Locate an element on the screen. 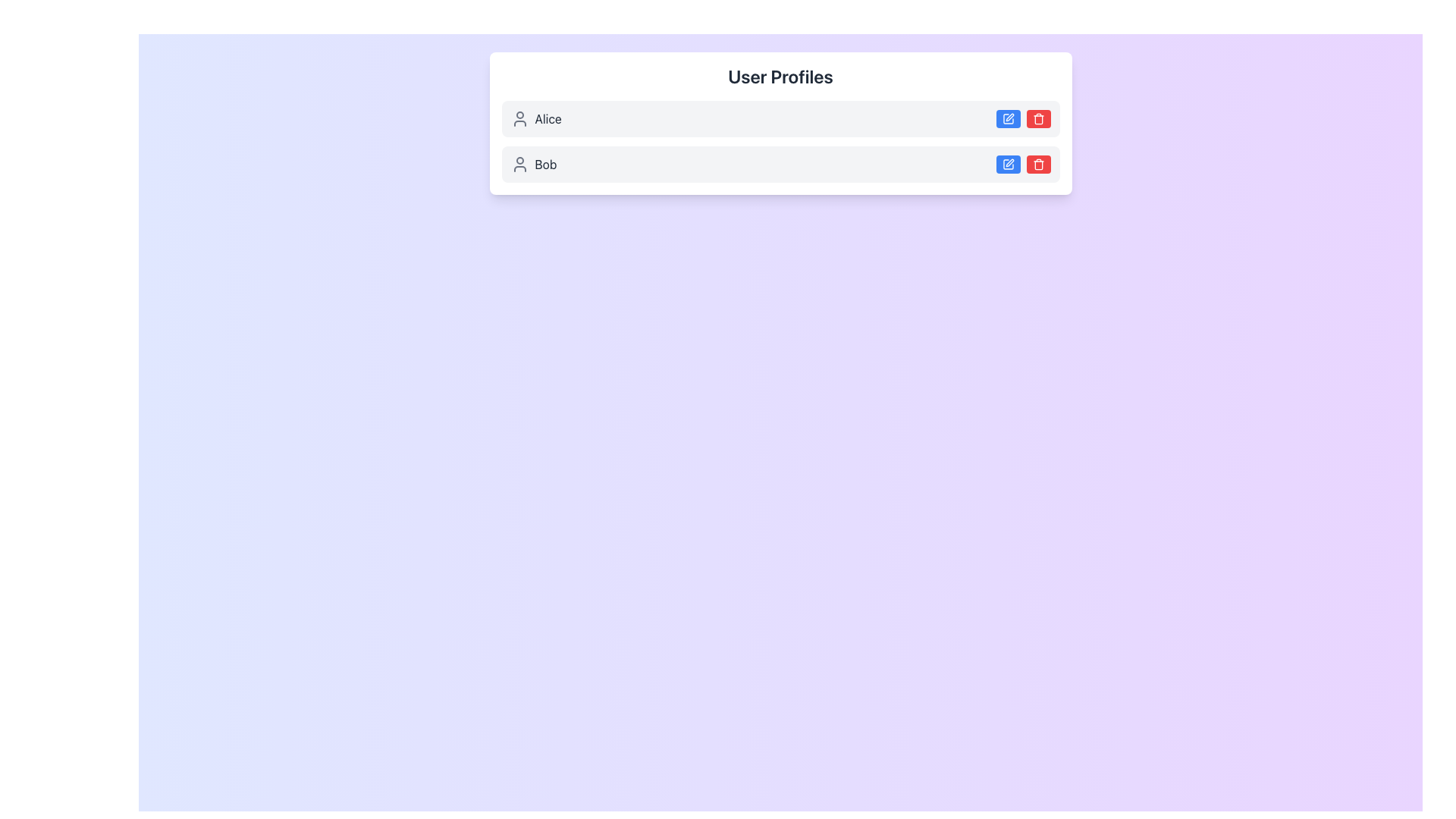 The image size is (1456, 819). the trashcan icon located in the red action button on the right side of the row associated with user profile 'Bob' to initiate a delete action is located at coordinates (1037, 118).